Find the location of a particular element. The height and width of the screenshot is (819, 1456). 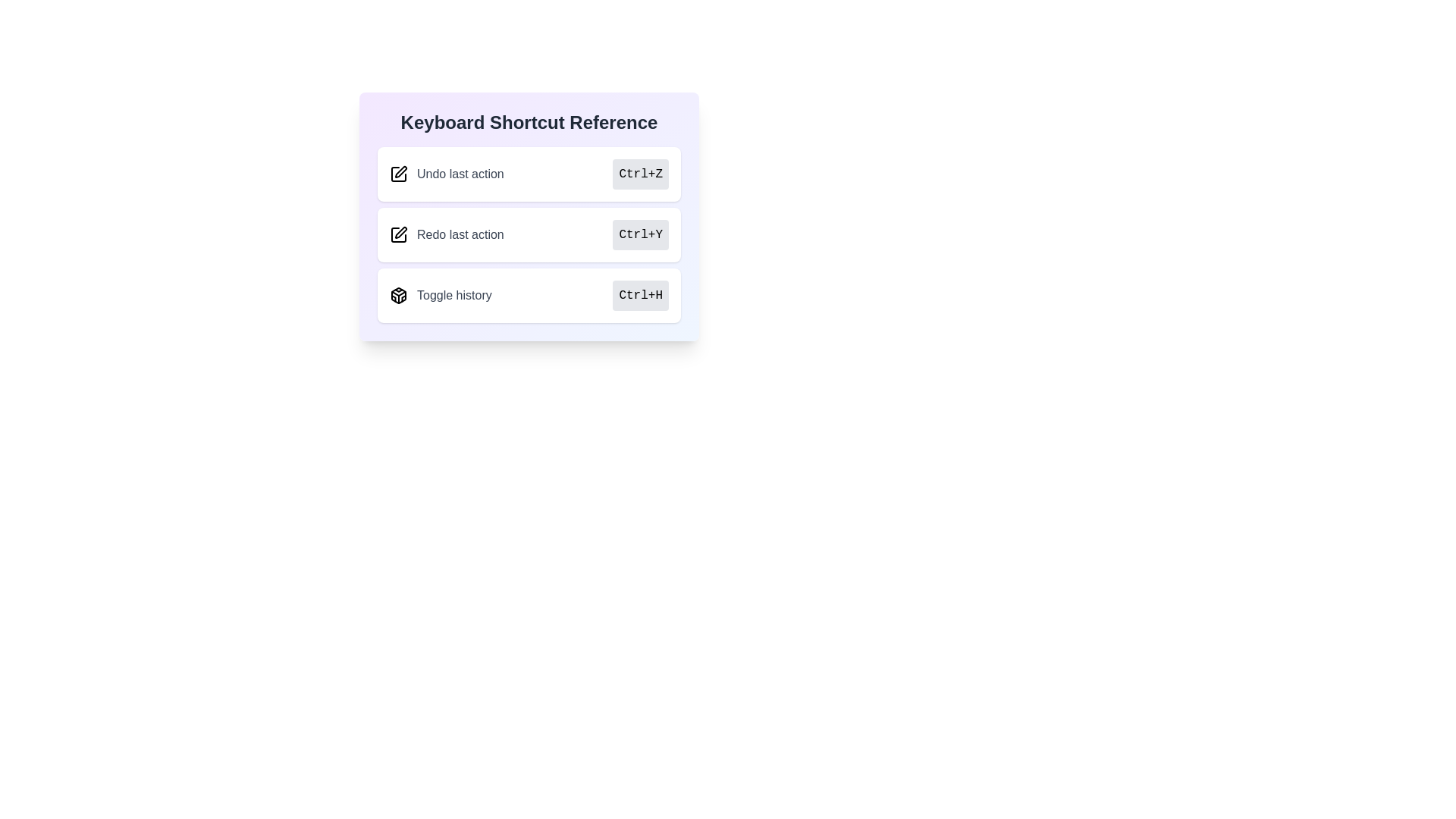

the third option in the 'Keyboard Shortcut Reference' section is located at coordinates (529, 295).